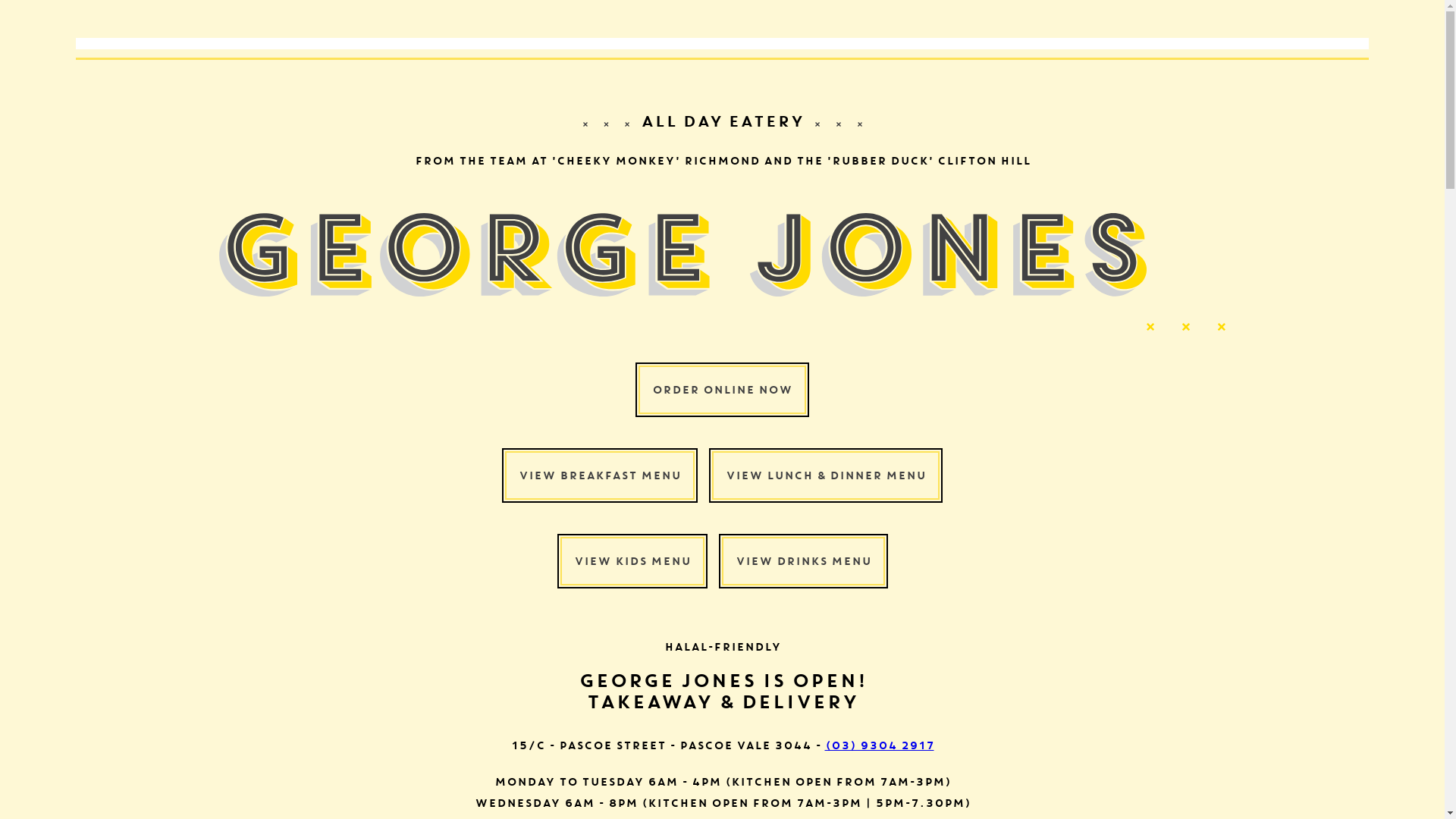 The image size is (1456, 819). Describe the element at coordinates (824, 745) in the screenshot. I see `'(03) 9304 2917'` at that location.